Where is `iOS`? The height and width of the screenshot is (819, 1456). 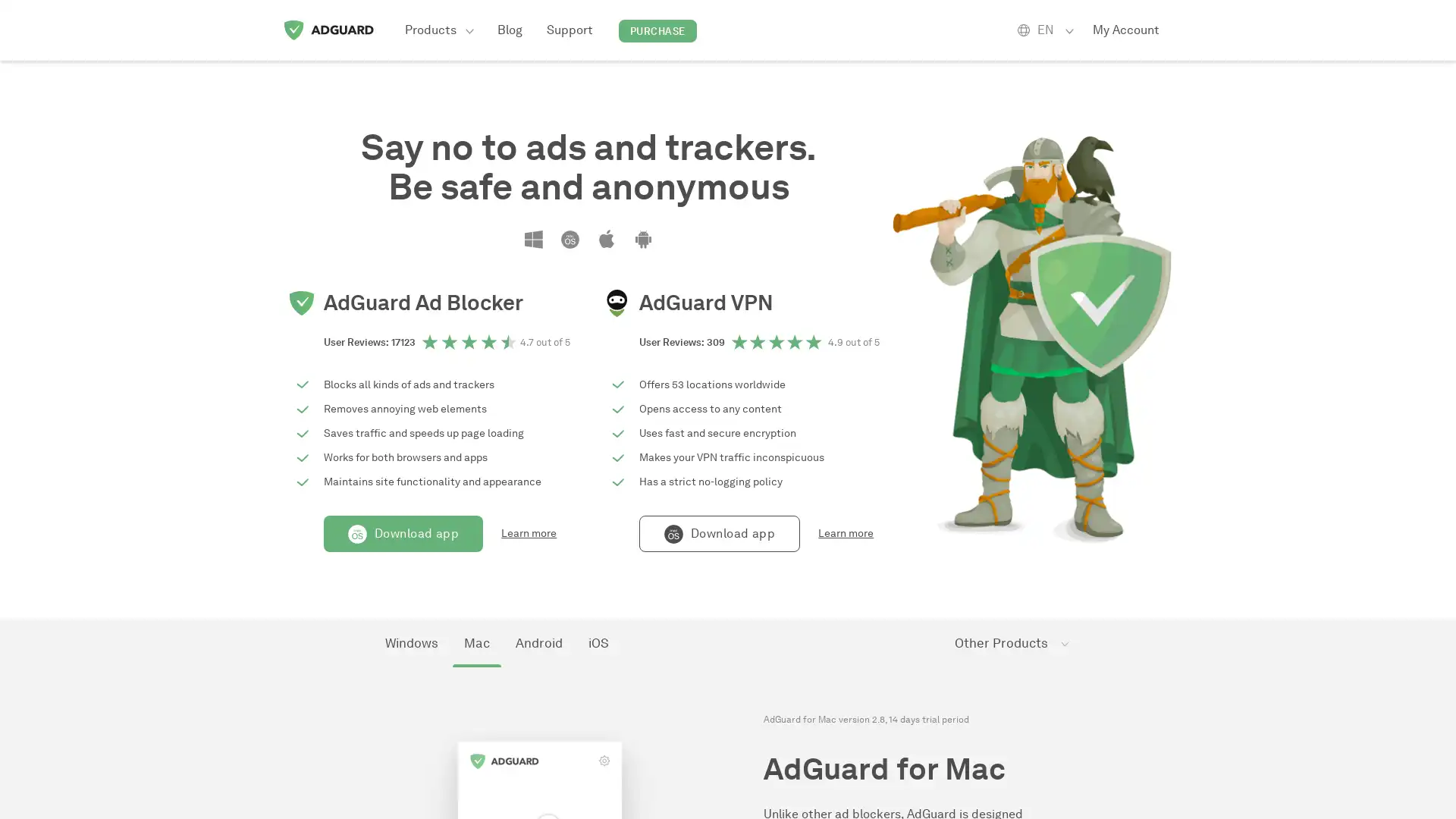 iOS is located at coordinates (598, 643).